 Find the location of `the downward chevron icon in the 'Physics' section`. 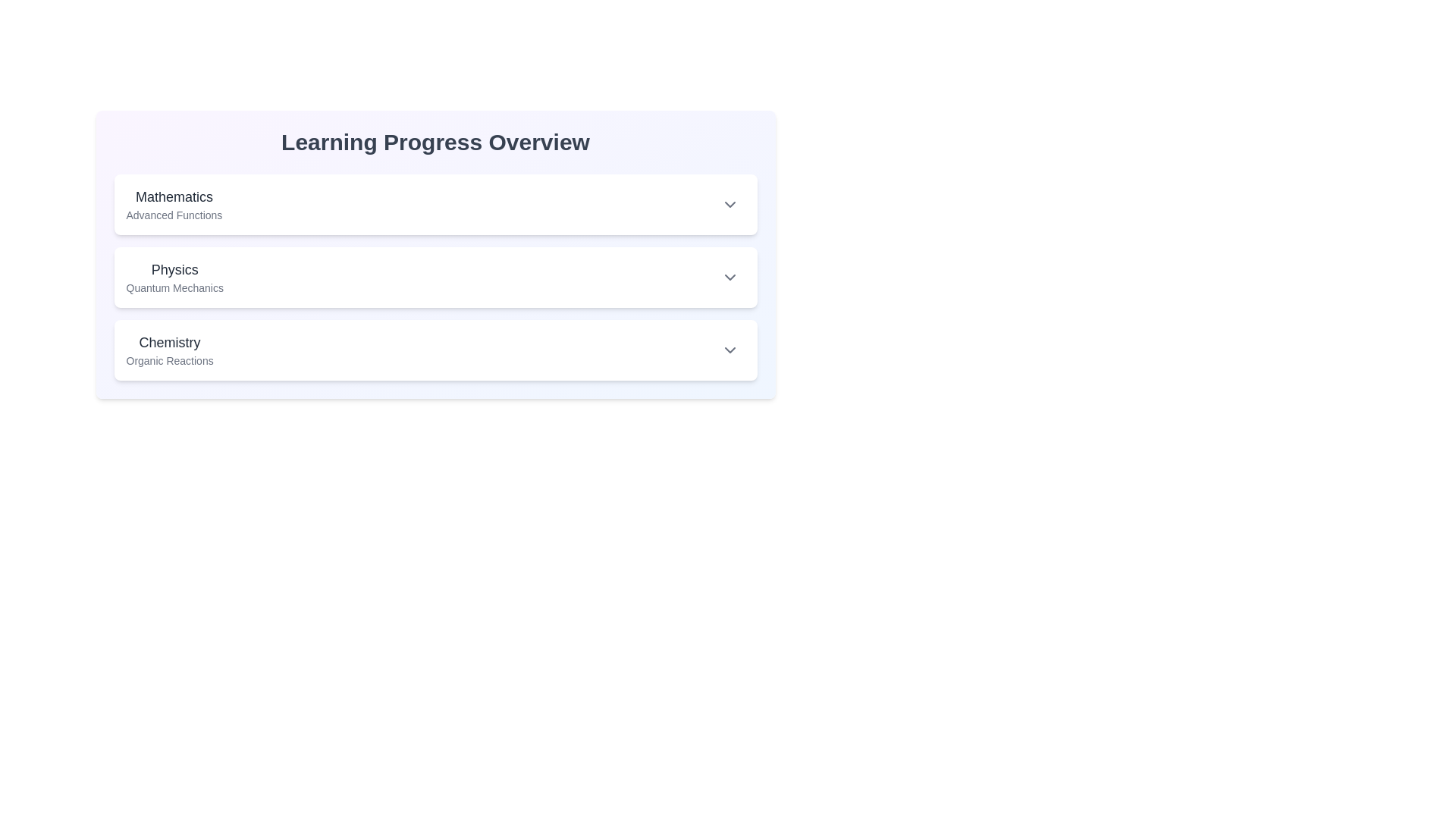

the downward chevron icon in the 'Physics' section is located at coordinates (730, 278).